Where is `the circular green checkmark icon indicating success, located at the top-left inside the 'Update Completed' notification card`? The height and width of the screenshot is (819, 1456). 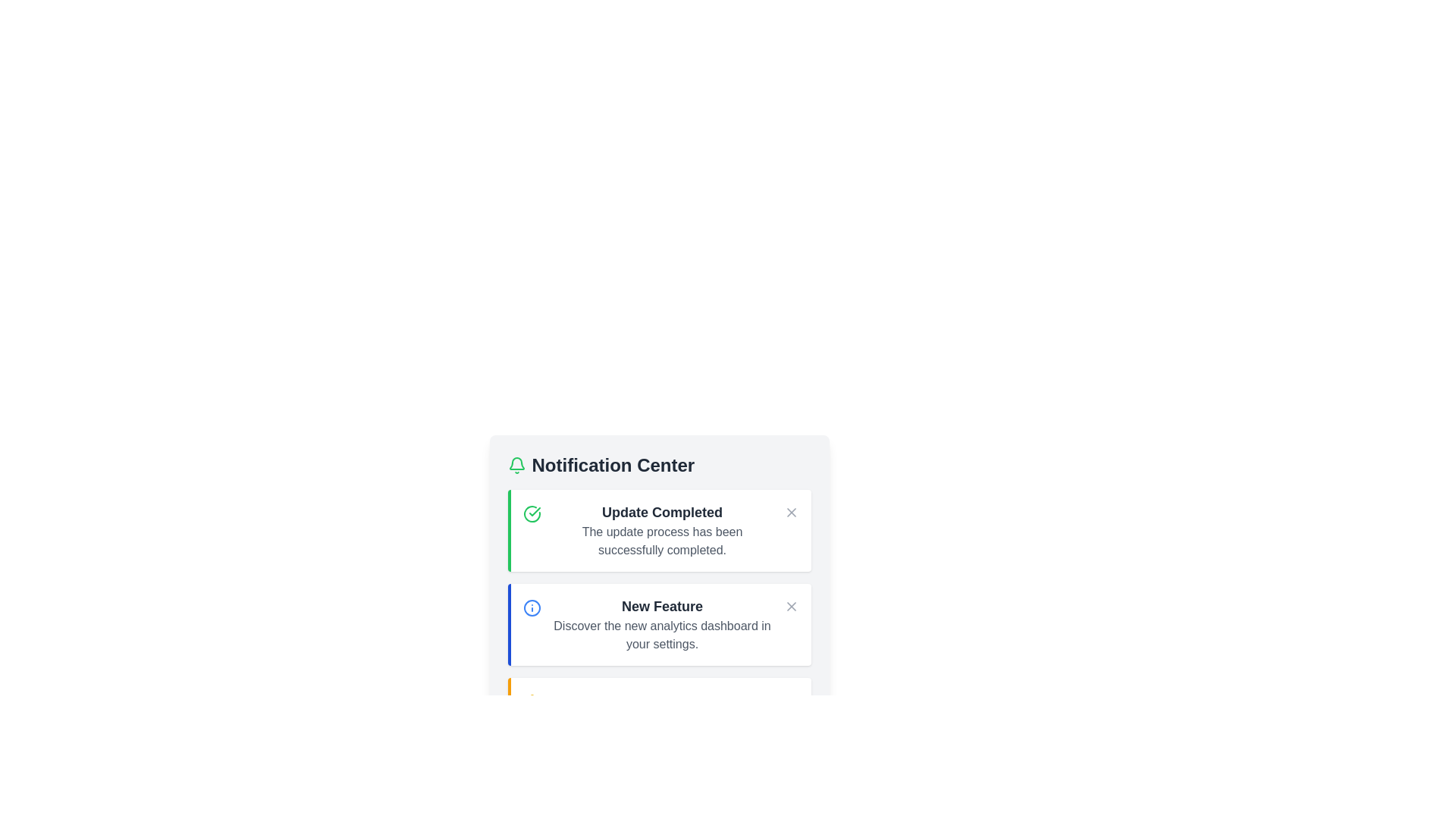 the circular green checkmark icon indicating success, located at the top-left inside the 'Update Completed' notification card is located at coordinates (532, 513).